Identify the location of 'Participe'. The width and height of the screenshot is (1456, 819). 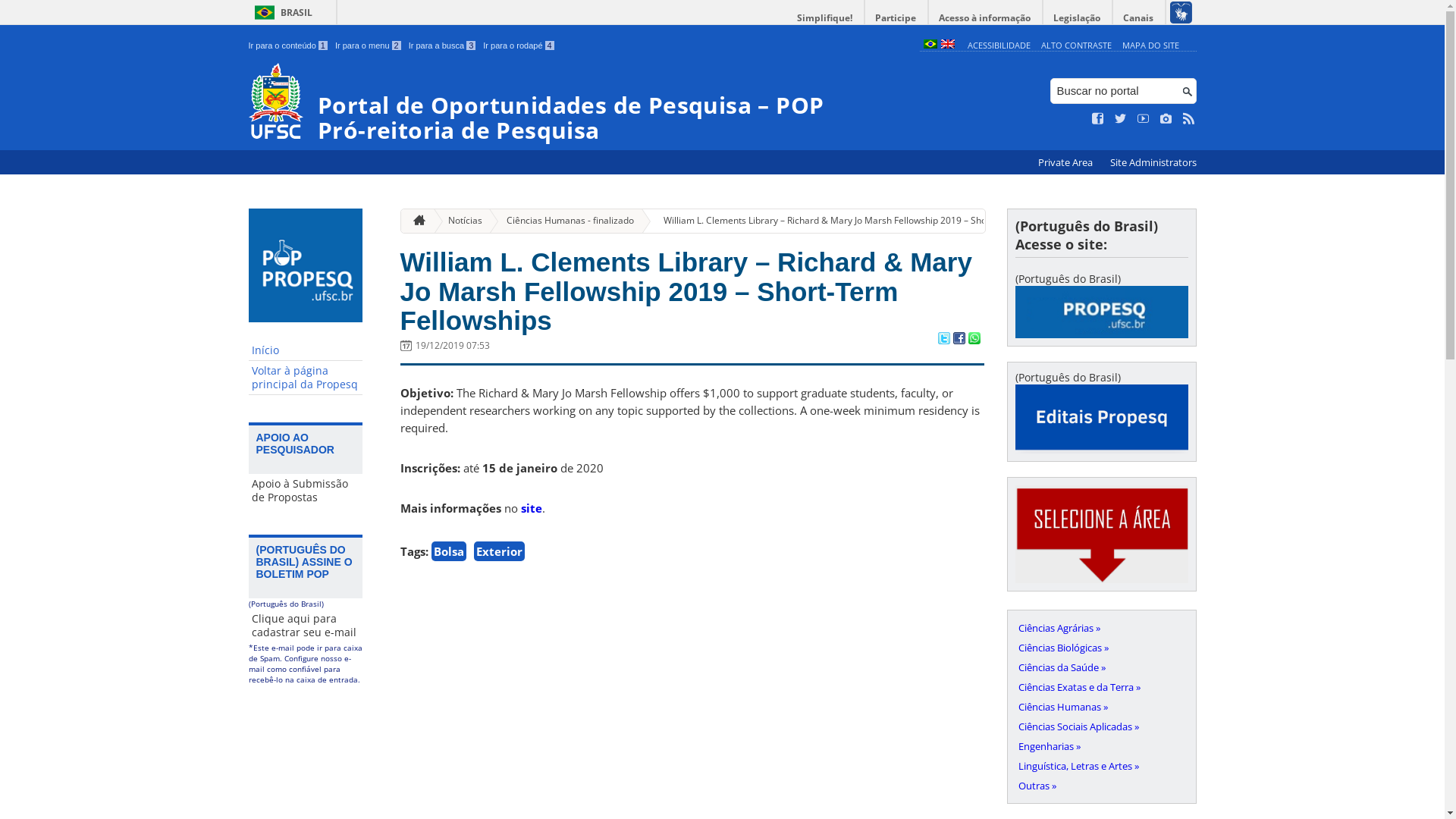
(895, 17).